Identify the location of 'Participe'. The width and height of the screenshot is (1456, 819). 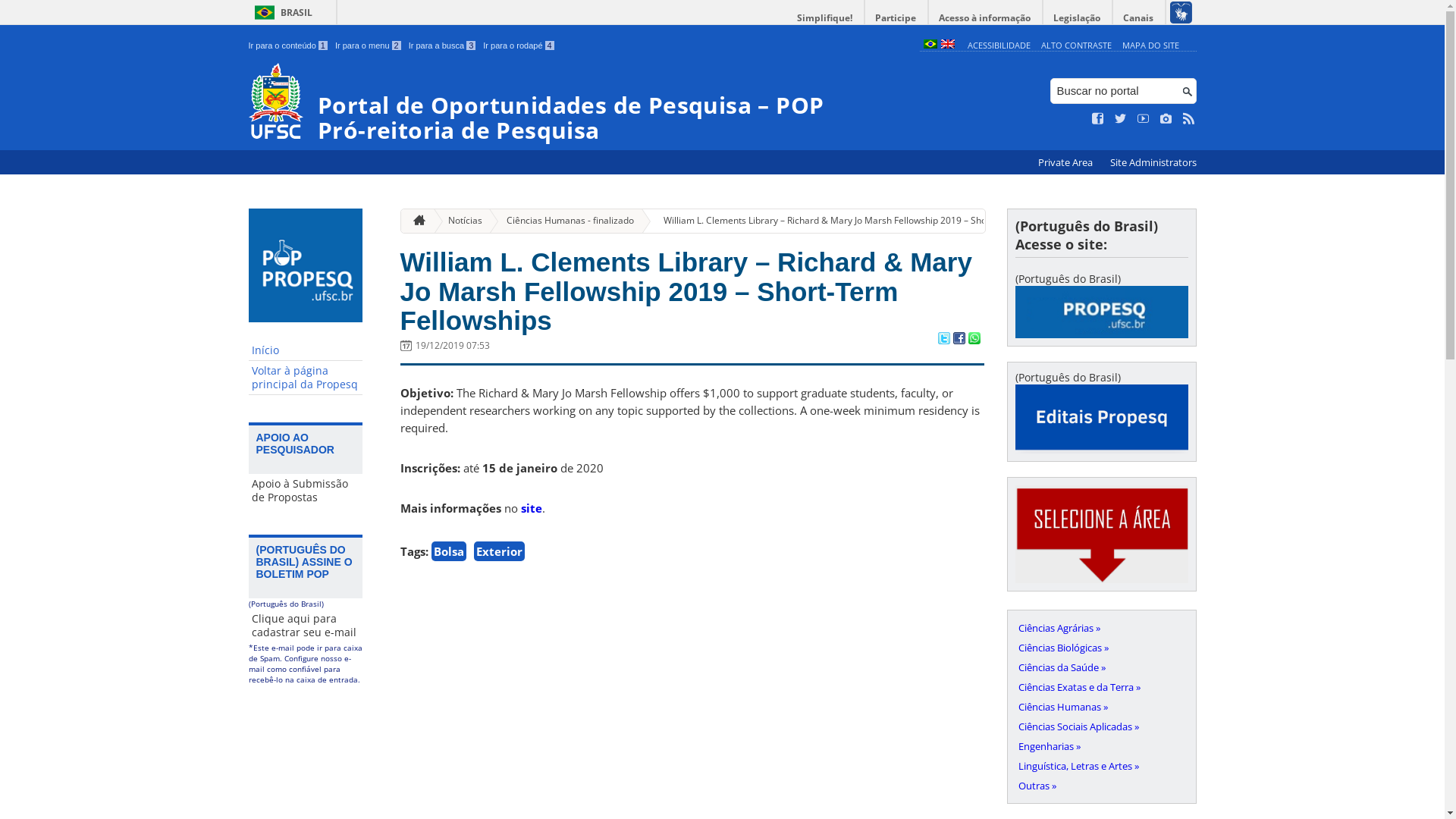
(895, 17).